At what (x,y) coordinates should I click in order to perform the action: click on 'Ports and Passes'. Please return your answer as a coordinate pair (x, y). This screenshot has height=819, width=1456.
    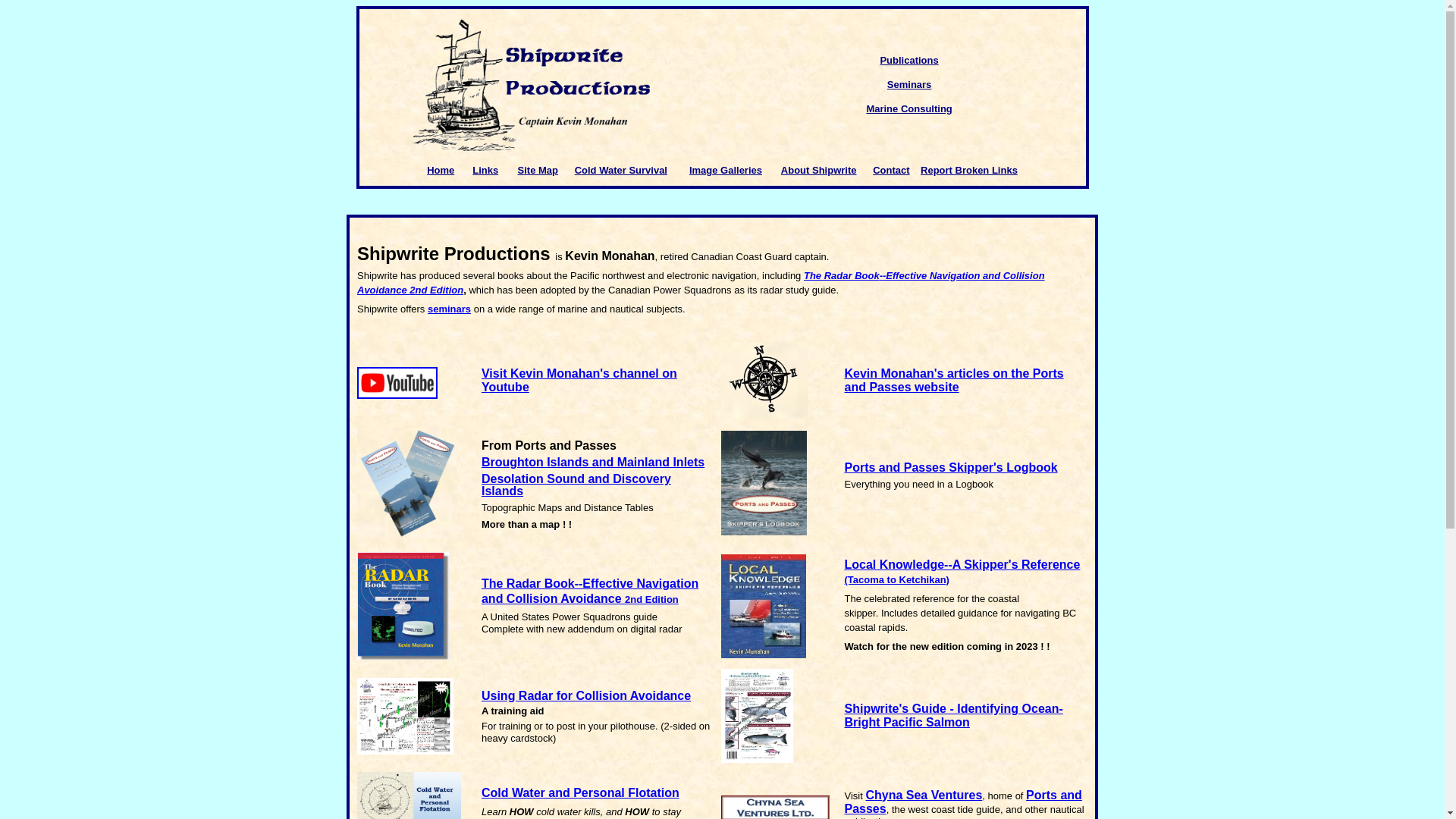
    Looking at the image, I should click on (962, 801).